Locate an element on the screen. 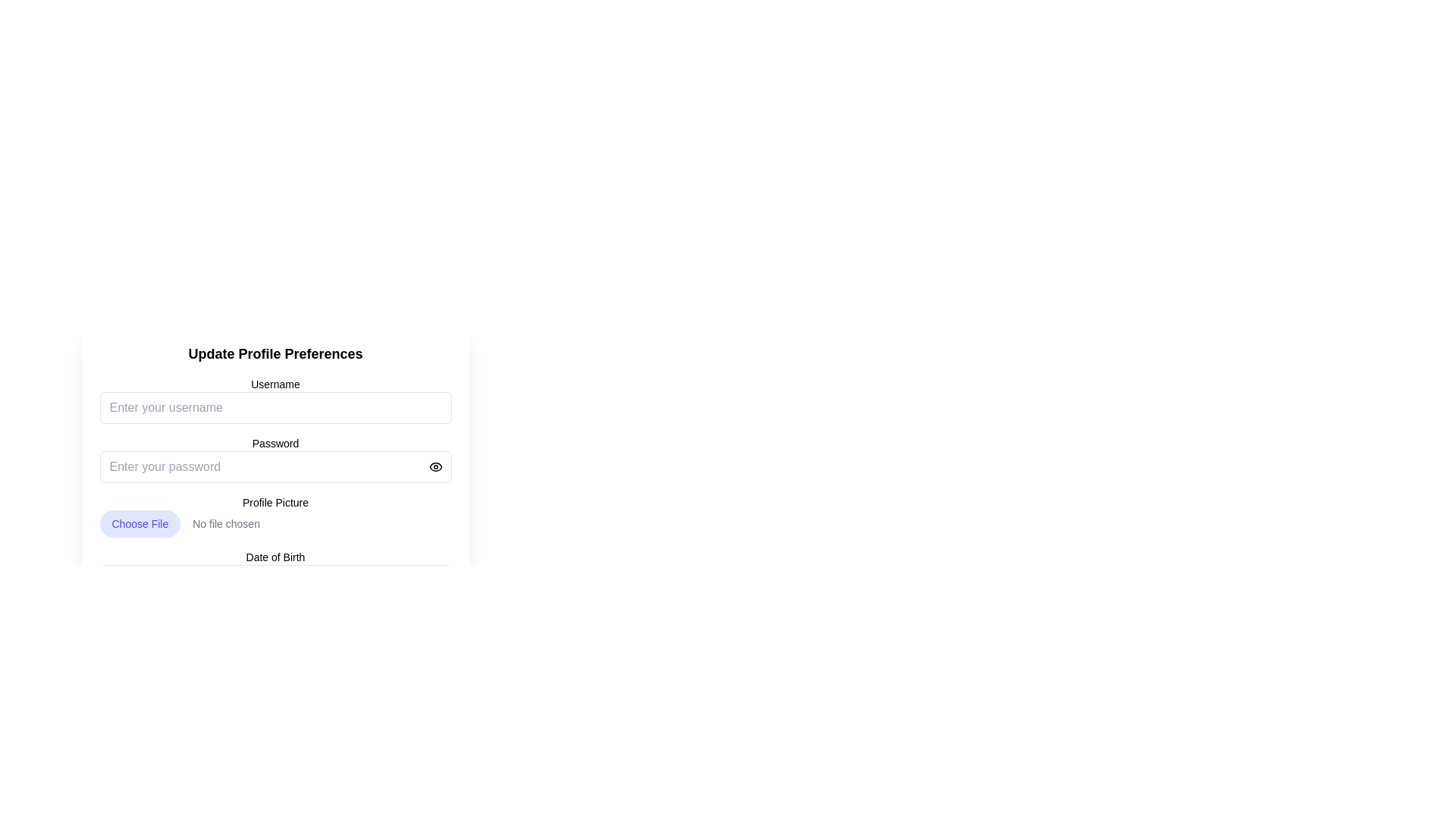 The height and width of the screenshot is (819, 1456). the 'Username' label element, which displays the text in a small sans-serif font above the corresponding input field is located at coordinates (275, 383).